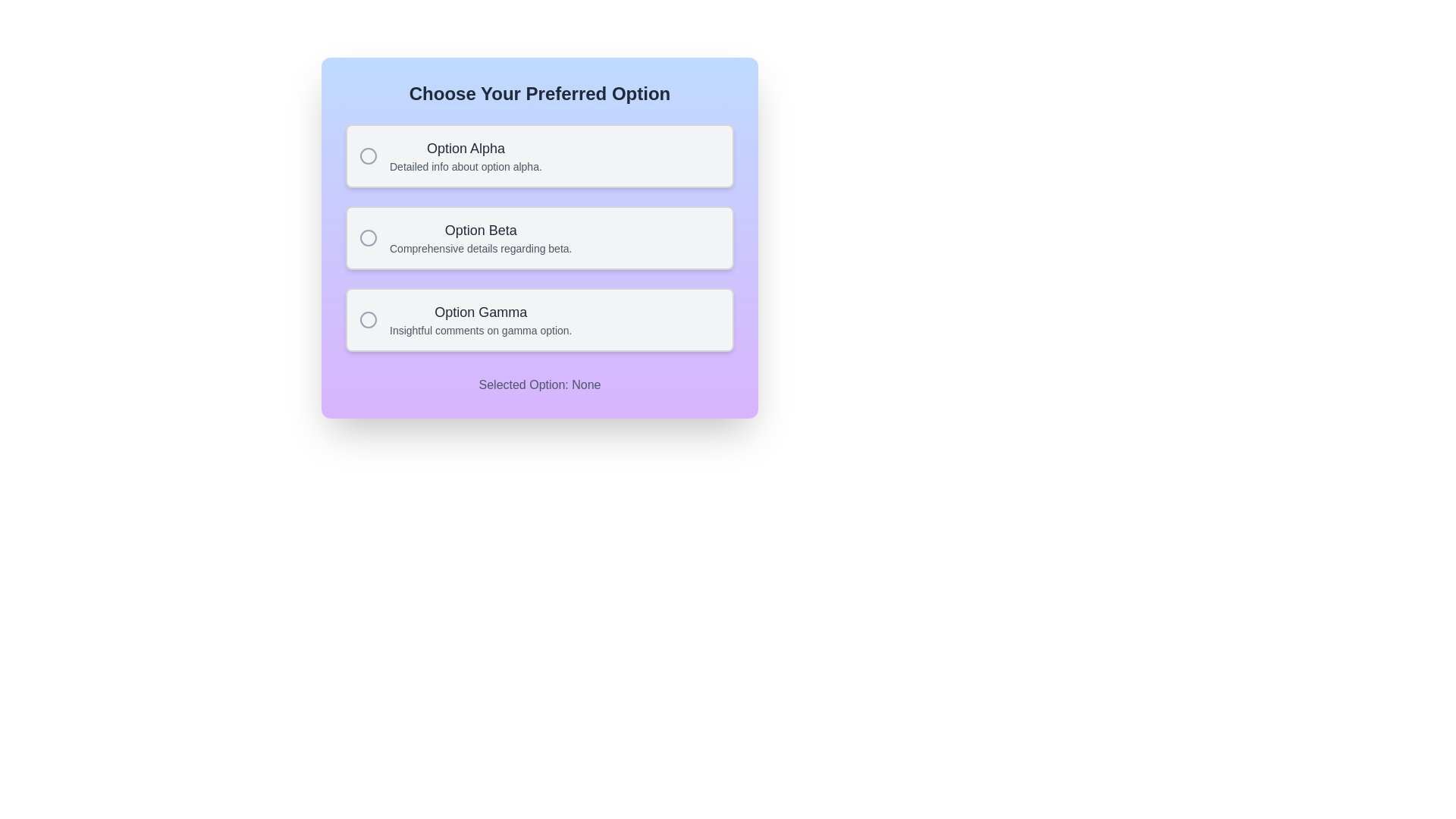 The image size is (1456, 819). I want to click on the first radio option titled 'Option Alpha' with an extended description, so click(539, 155).